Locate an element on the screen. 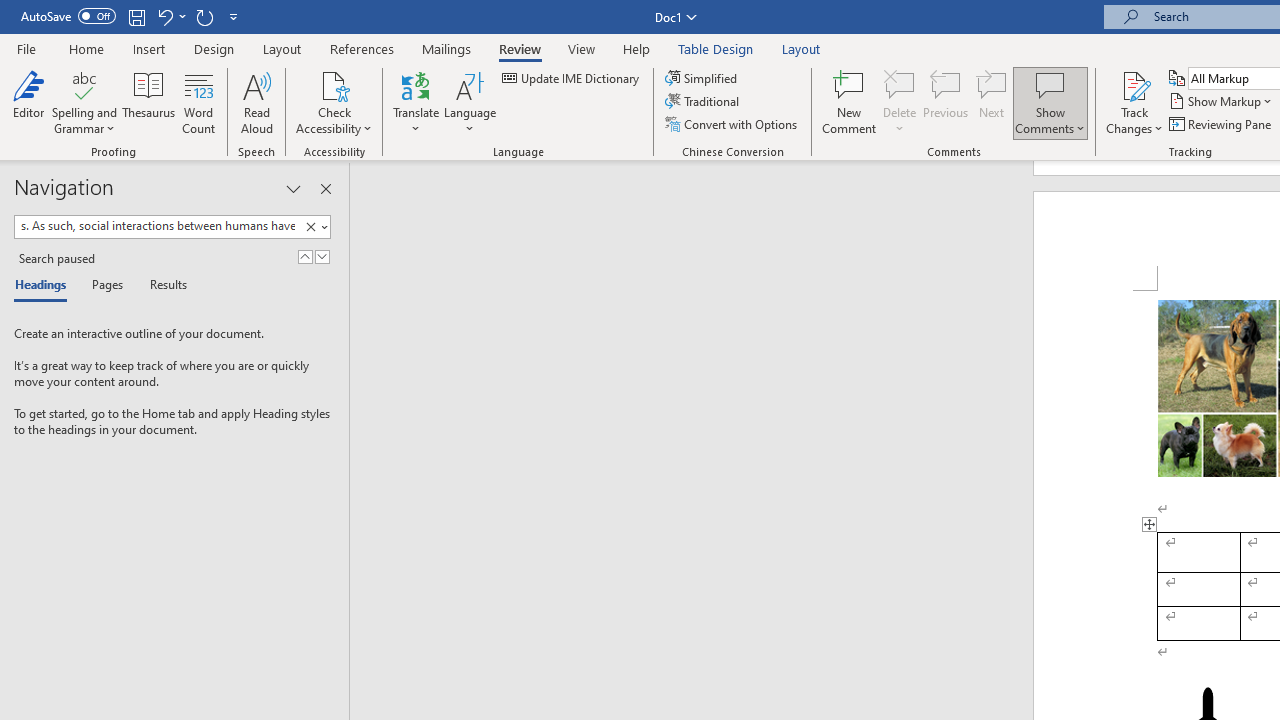 This screenshot has height=720, width=1280. 'Check Accessibility' is located at coordinates (334, 84).